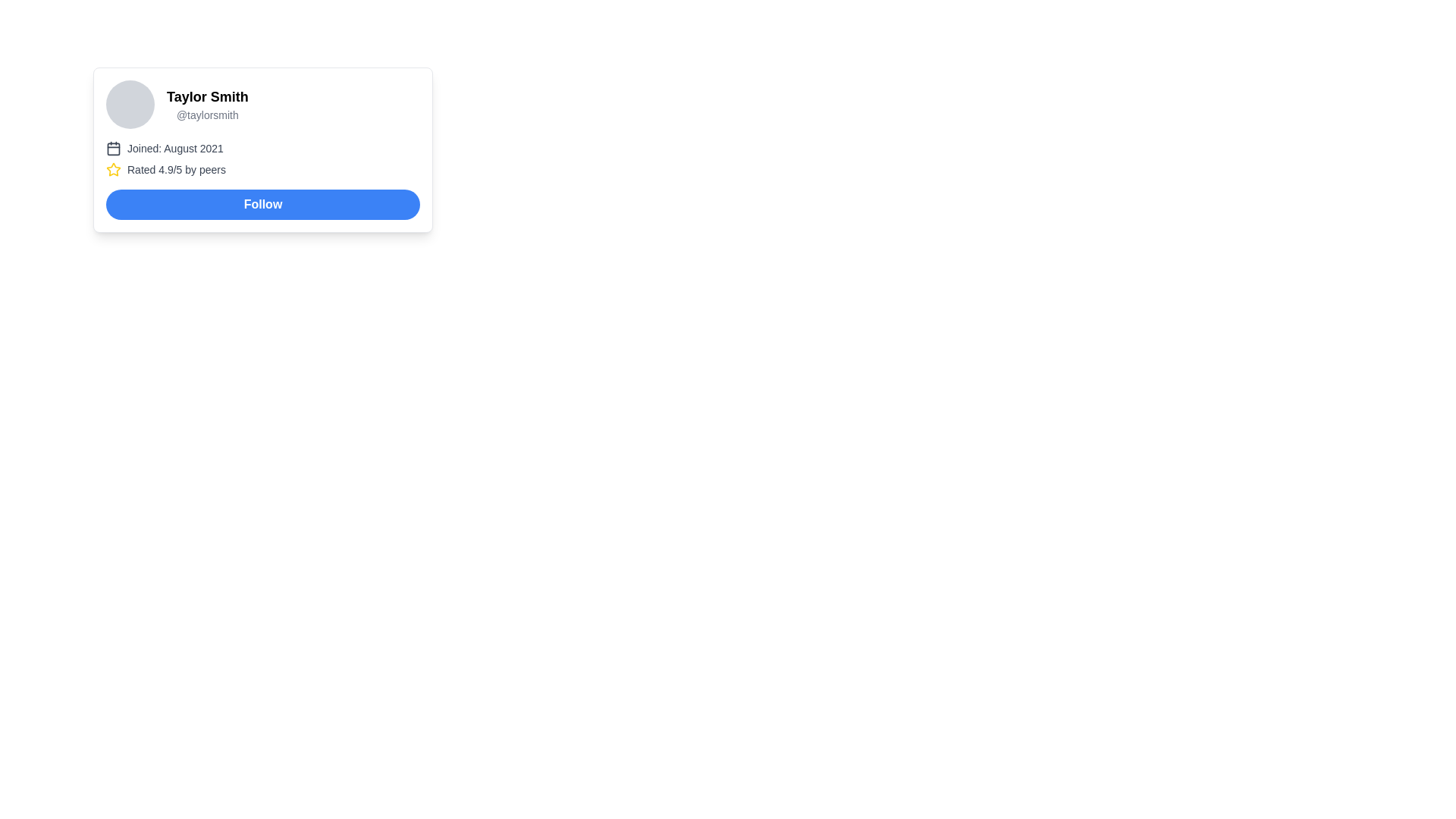  Describe the element at coordinates (175, 149) in the screenshot. I see `the text element displaying 'Joined: August 2021' located under the user's name and username within the profile card, to the right of a calendar icon` at that location.